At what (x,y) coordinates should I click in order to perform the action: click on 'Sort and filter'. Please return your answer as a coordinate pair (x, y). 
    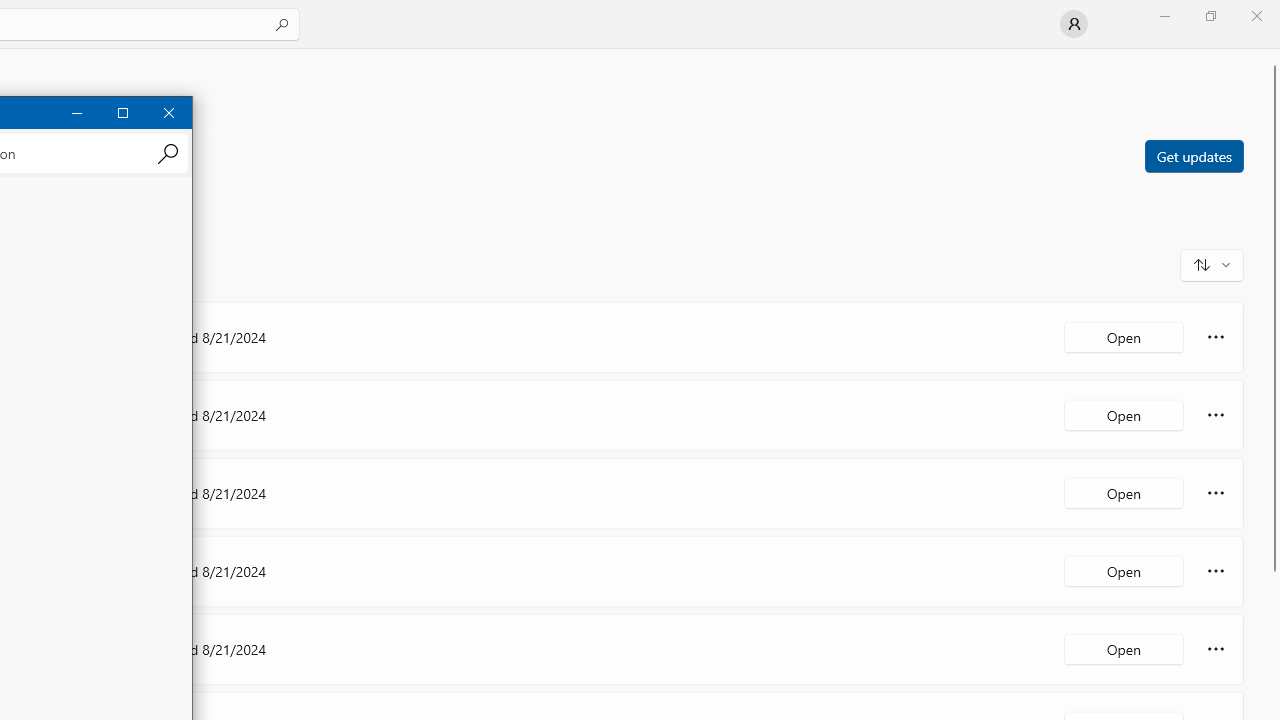
    Looking at the image, I should click on (1211, 263).